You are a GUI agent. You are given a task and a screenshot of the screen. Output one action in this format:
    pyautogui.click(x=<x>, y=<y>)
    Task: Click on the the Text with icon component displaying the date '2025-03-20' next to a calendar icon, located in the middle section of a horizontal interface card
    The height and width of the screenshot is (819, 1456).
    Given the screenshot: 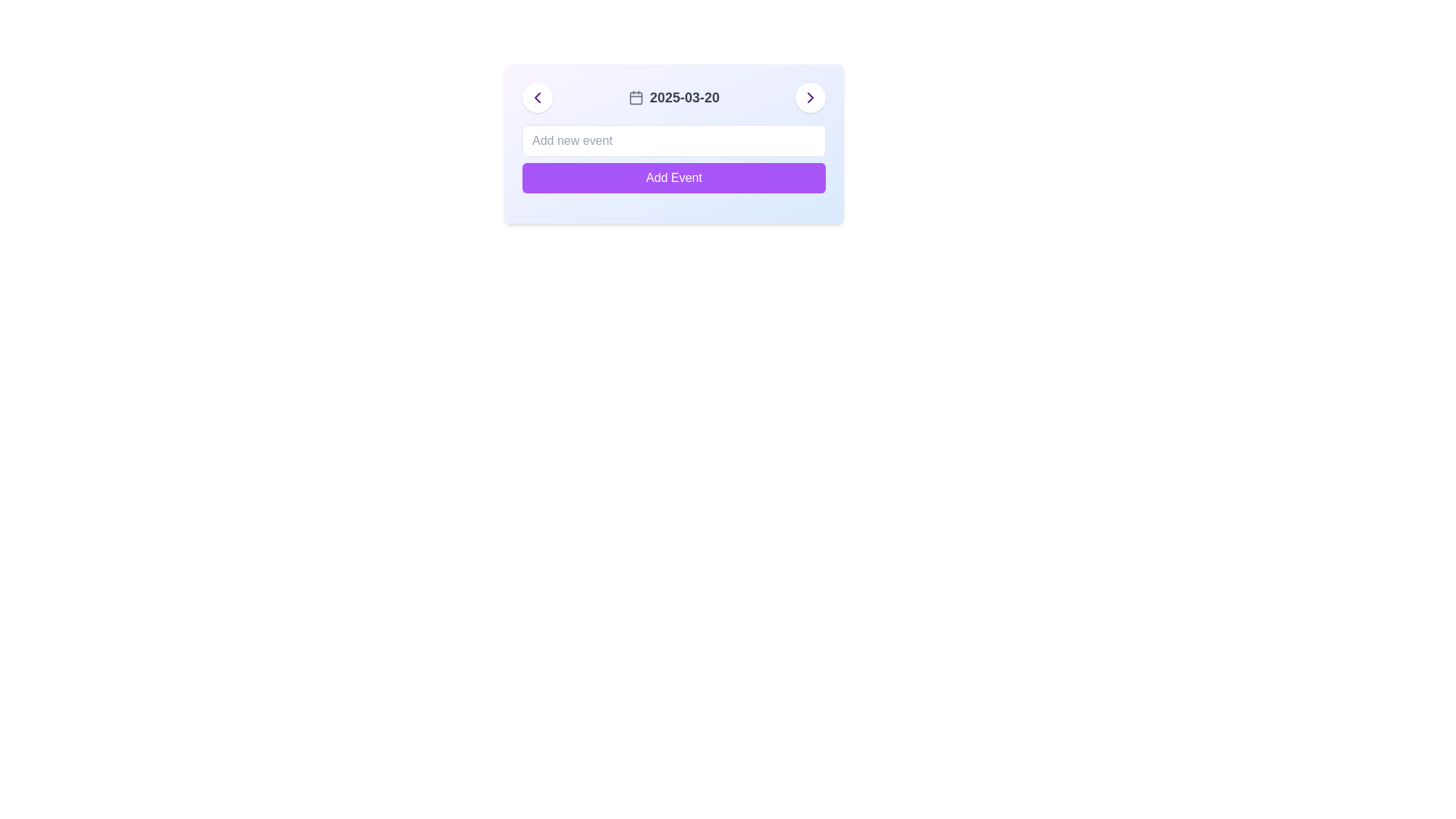 What is the action you would take?
    pyautogui.click(x=673, y=97)
    